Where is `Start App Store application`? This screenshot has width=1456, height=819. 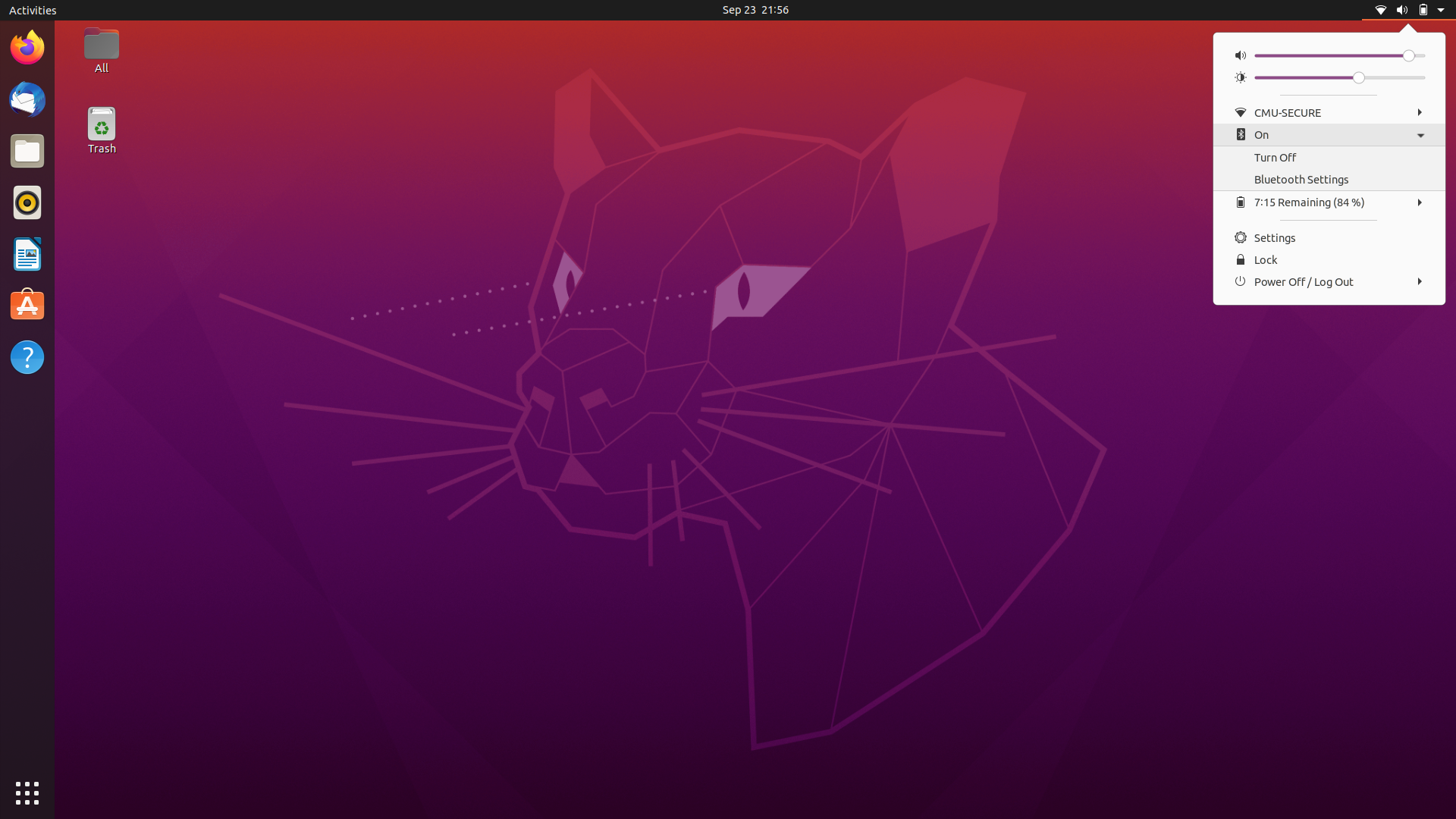
Start App Store application is located at coordinates (26, 252).